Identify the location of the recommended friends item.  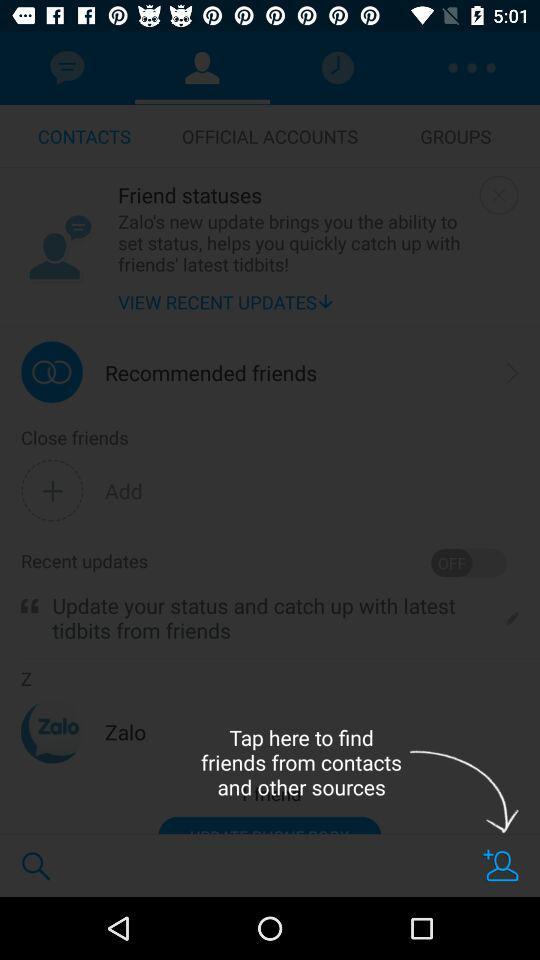
(210, 371).